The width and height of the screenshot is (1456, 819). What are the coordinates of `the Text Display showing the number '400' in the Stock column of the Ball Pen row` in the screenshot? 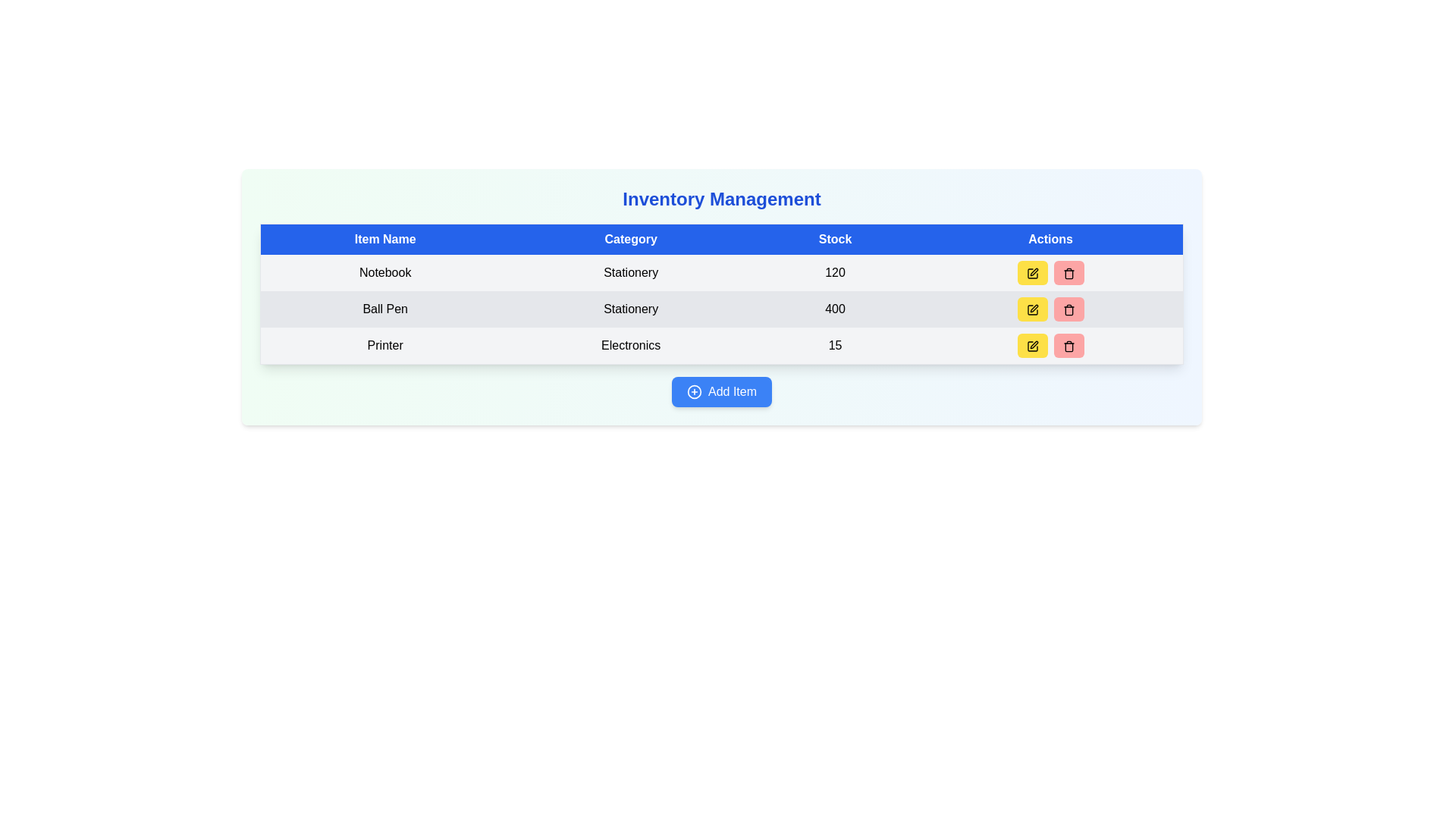 It's located at (834, 309).